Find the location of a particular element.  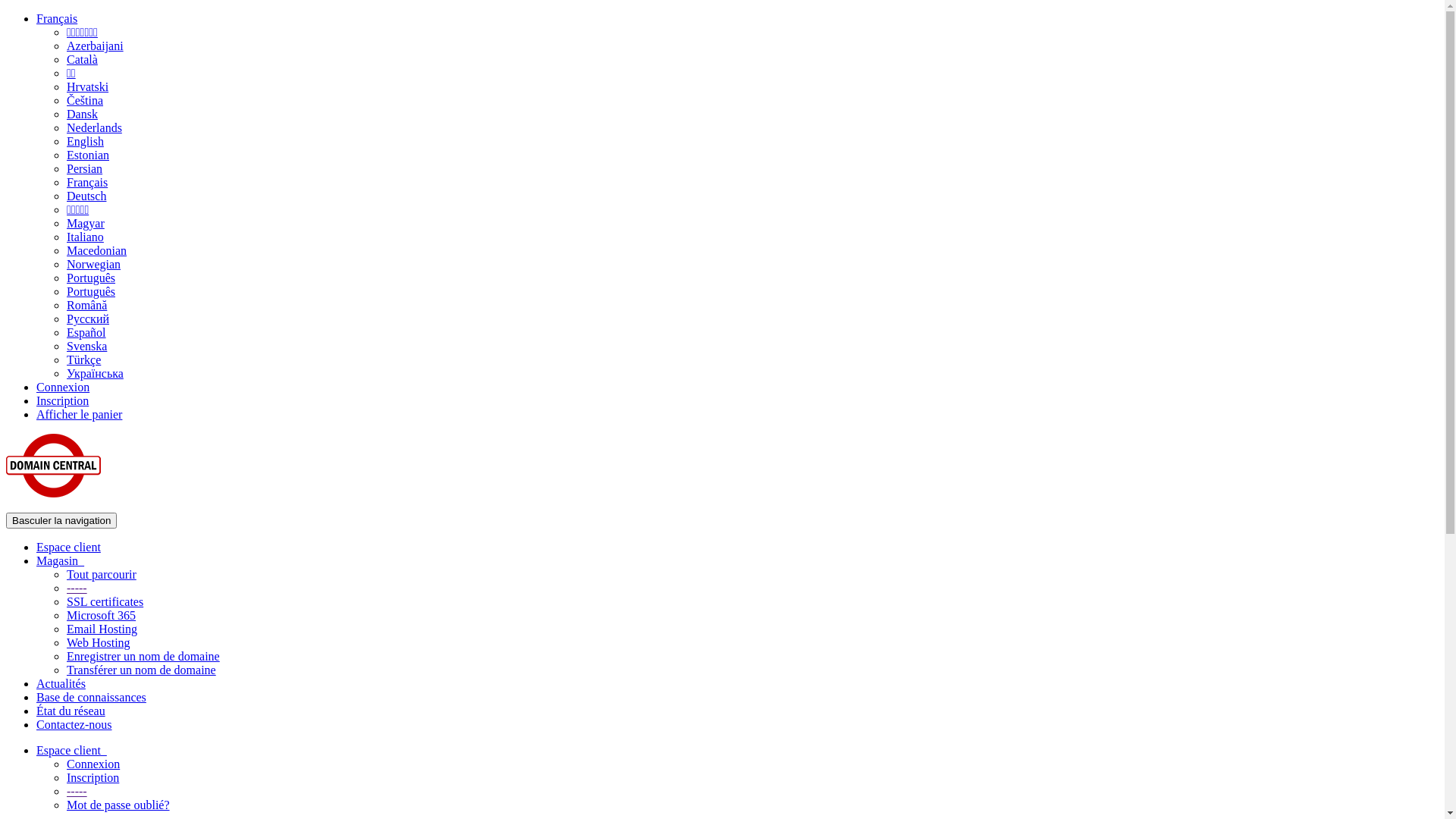

'Hrvatski' is located at coordinates (86, 86).